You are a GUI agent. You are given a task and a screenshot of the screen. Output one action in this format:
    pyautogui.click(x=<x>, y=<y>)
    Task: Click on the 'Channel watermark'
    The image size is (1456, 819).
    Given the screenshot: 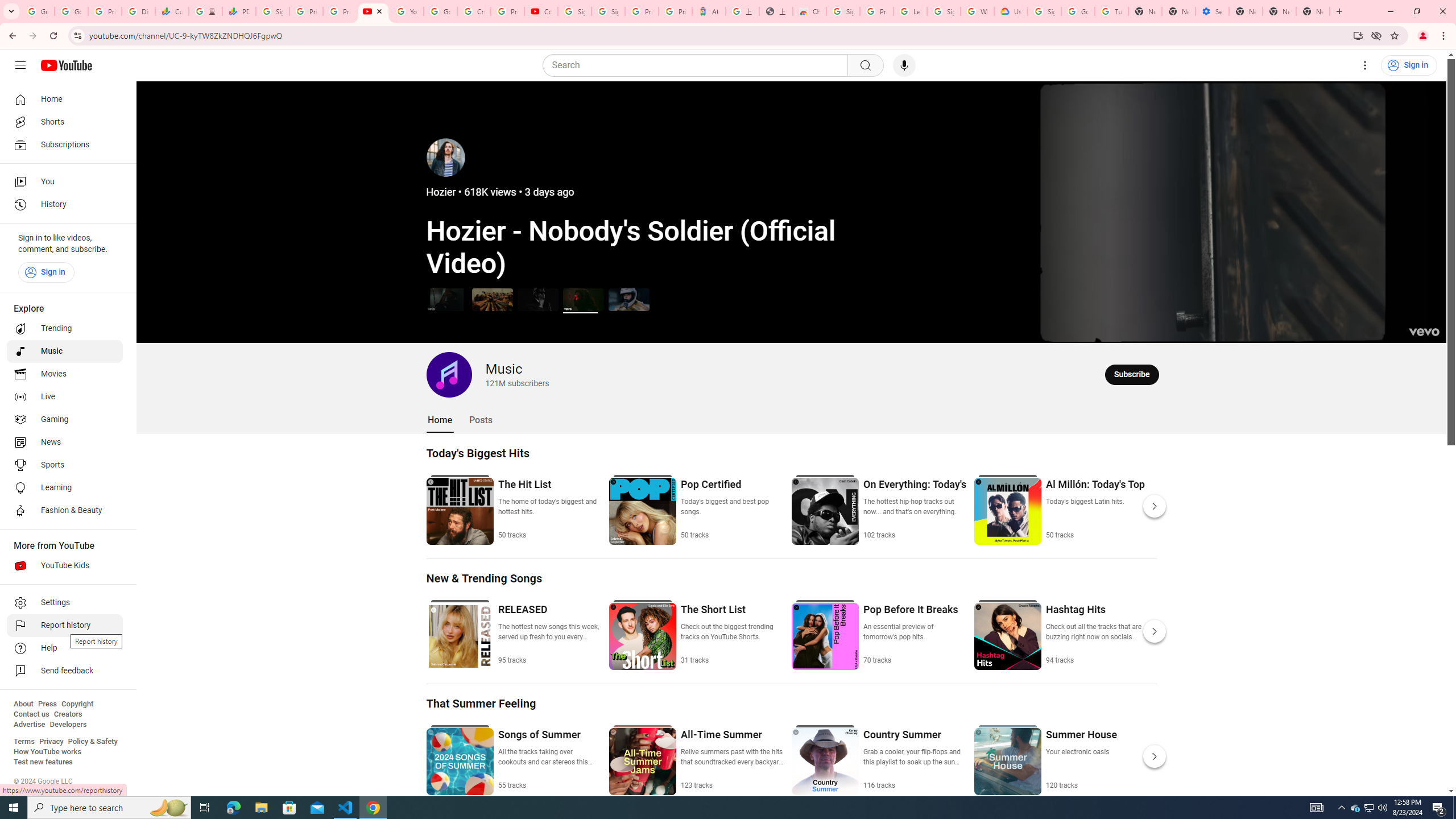 What is the action you would take?
    pyautogui.click(x=1424, y=331)
    